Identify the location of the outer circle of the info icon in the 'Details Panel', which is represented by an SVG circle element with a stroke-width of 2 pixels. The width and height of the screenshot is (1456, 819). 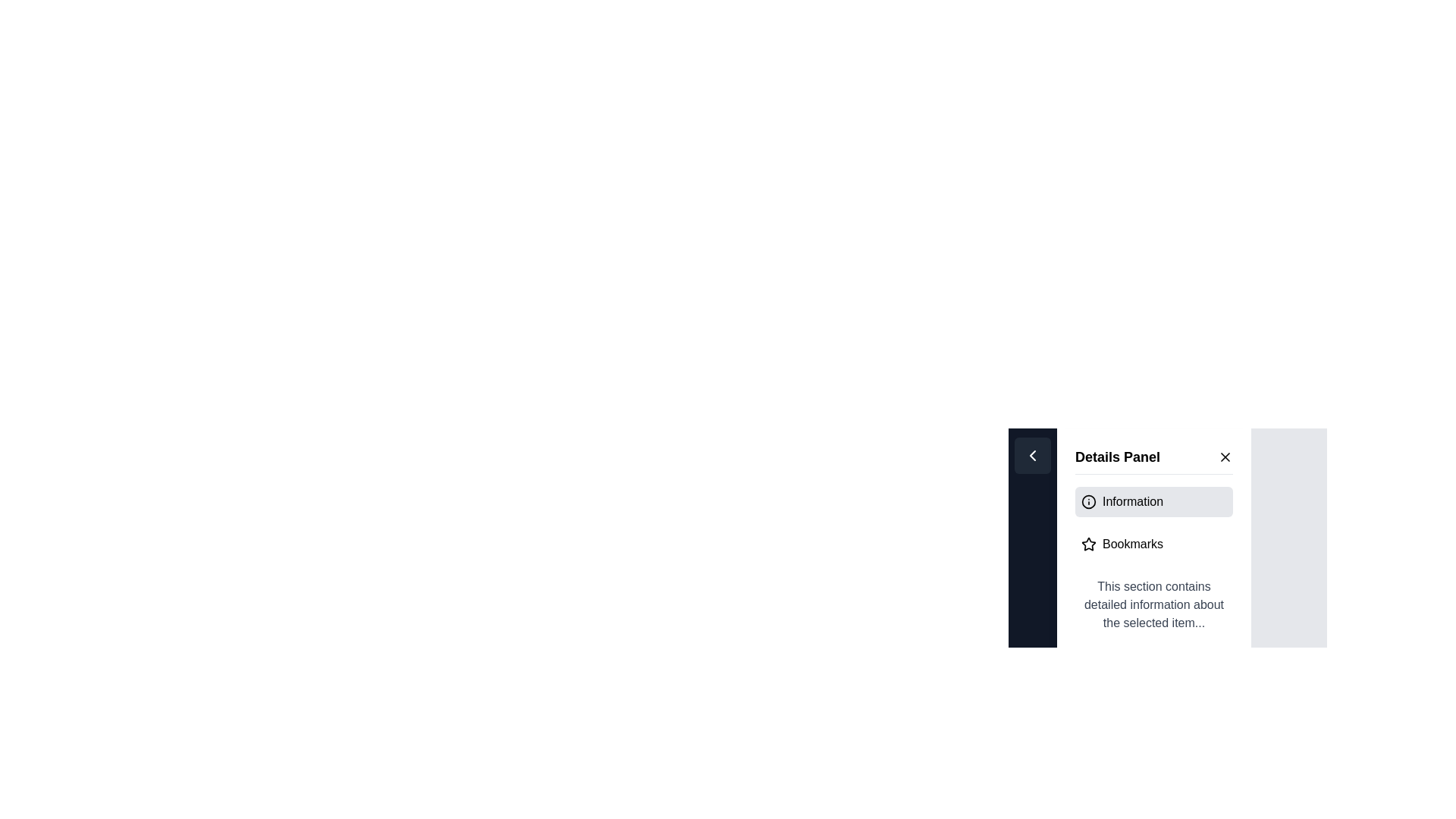
(1087, 502).